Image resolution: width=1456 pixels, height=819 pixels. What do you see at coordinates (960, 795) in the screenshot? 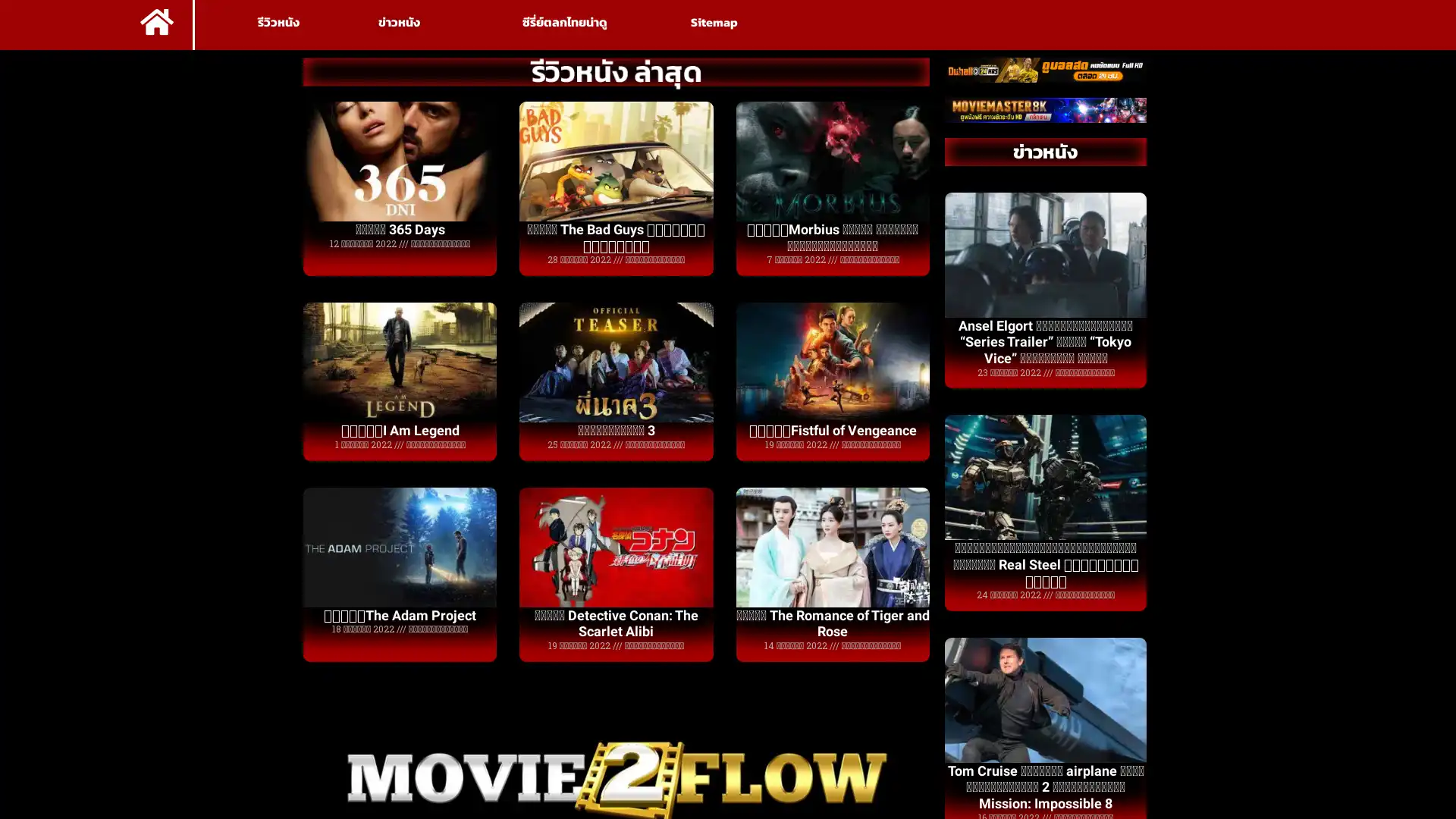
I see `Accept` at bounding box center [960, 795].